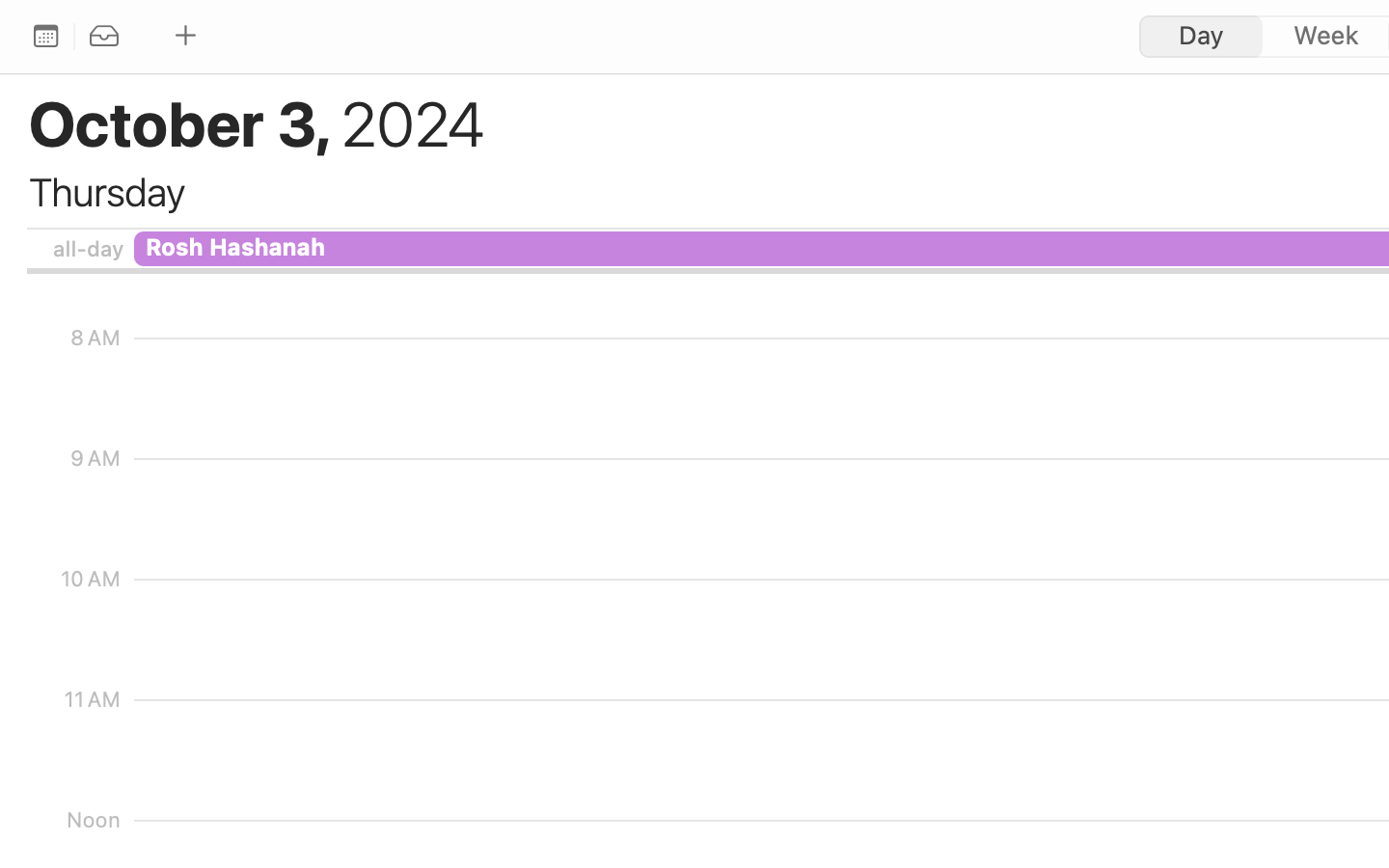 Image resolution: width=1389 pixels, height=868 pixels. What do you see at coordinates (107, 192) in the screenshot?
I see `'Thursday'` at bounding box center [107, 192].